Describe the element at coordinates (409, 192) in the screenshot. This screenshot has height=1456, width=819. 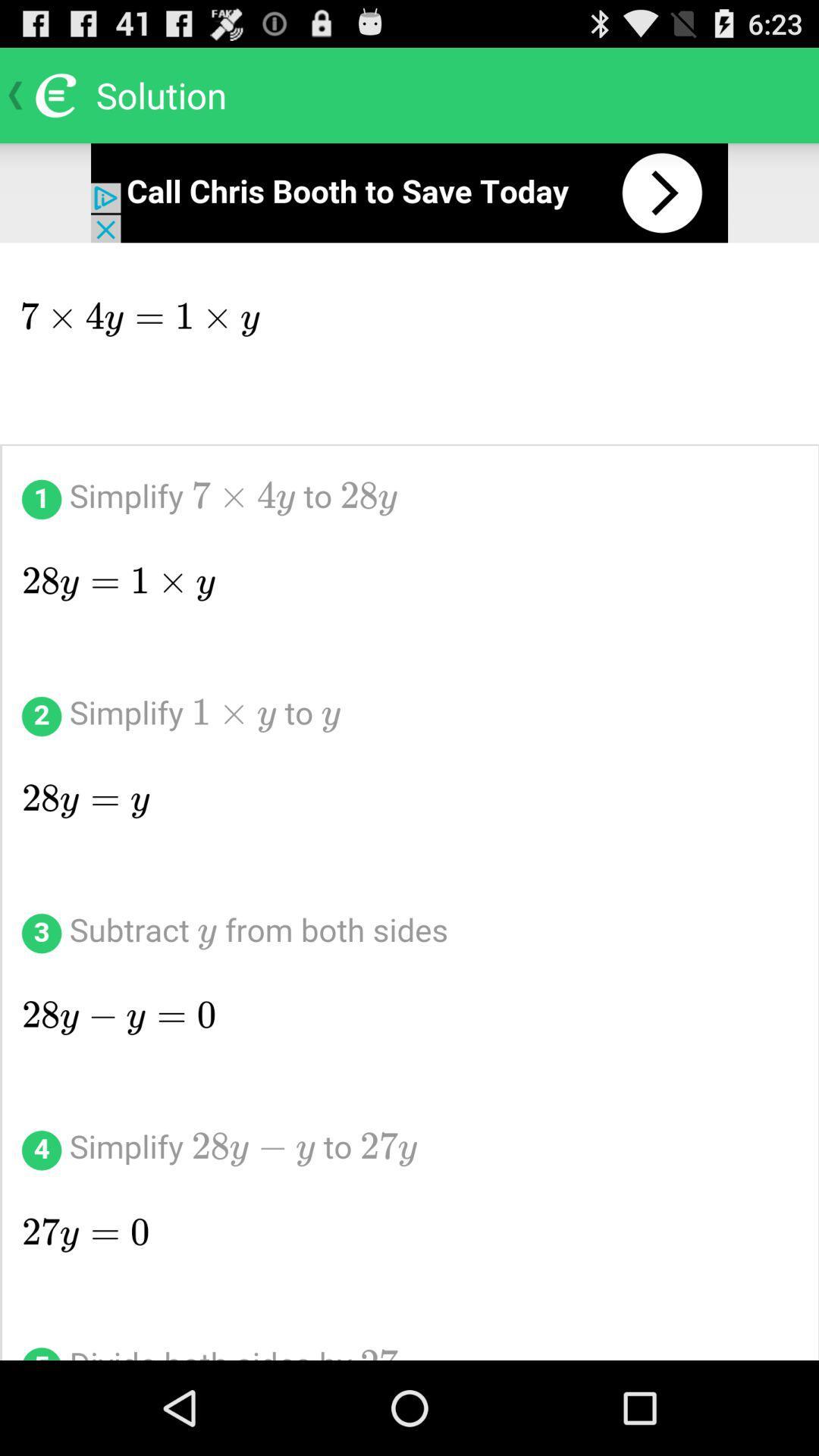
I see `previou page` at that location.